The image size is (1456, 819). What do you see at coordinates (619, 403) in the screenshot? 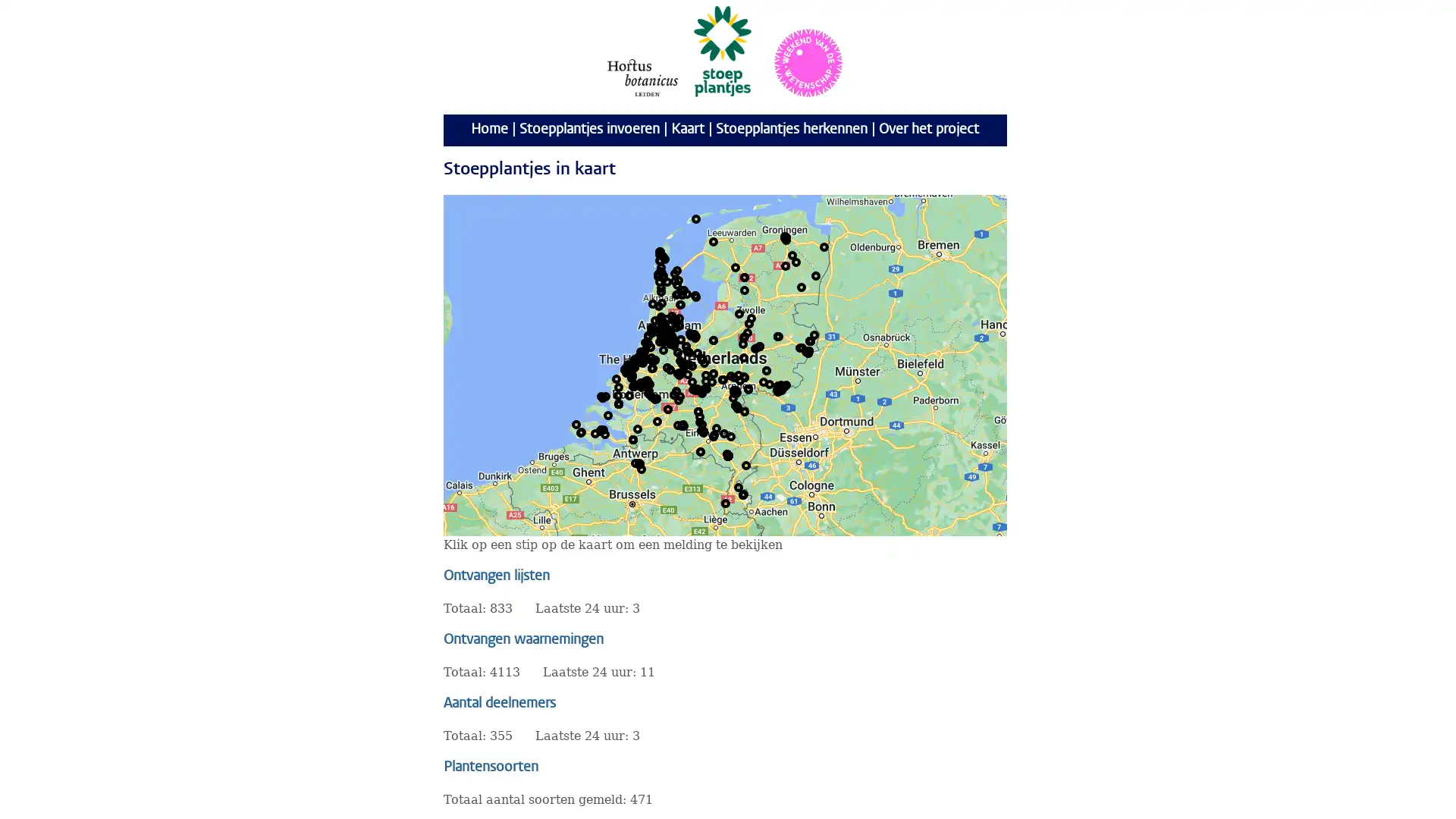
I see `Telling van Ilse op 03 juni 2022` at bounding box center [619, 403].